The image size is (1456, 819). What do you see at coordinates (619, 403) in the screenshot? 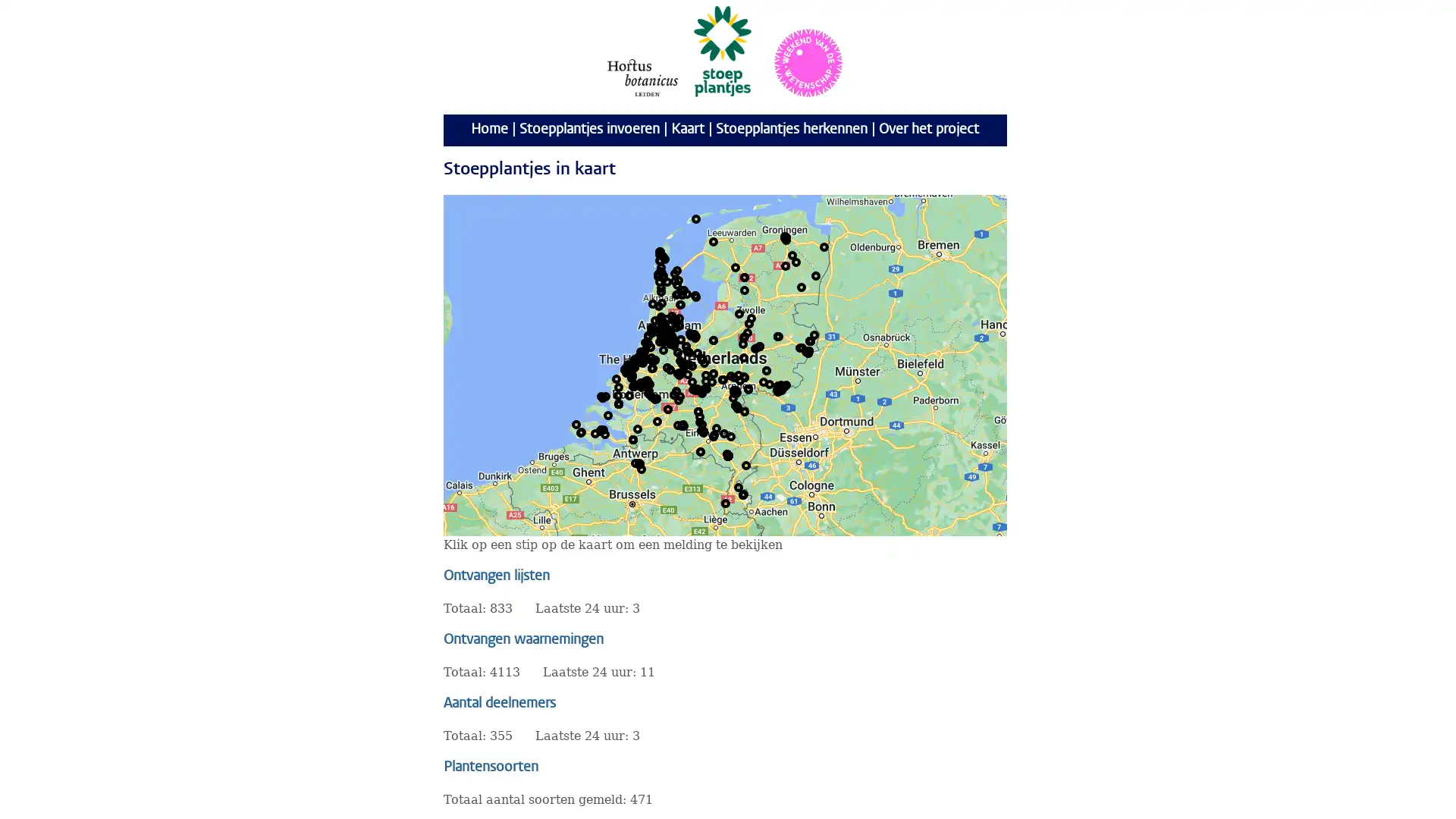
I see `Telling van Ilse op 03 juni 2022` at bounding box center [619, 403].